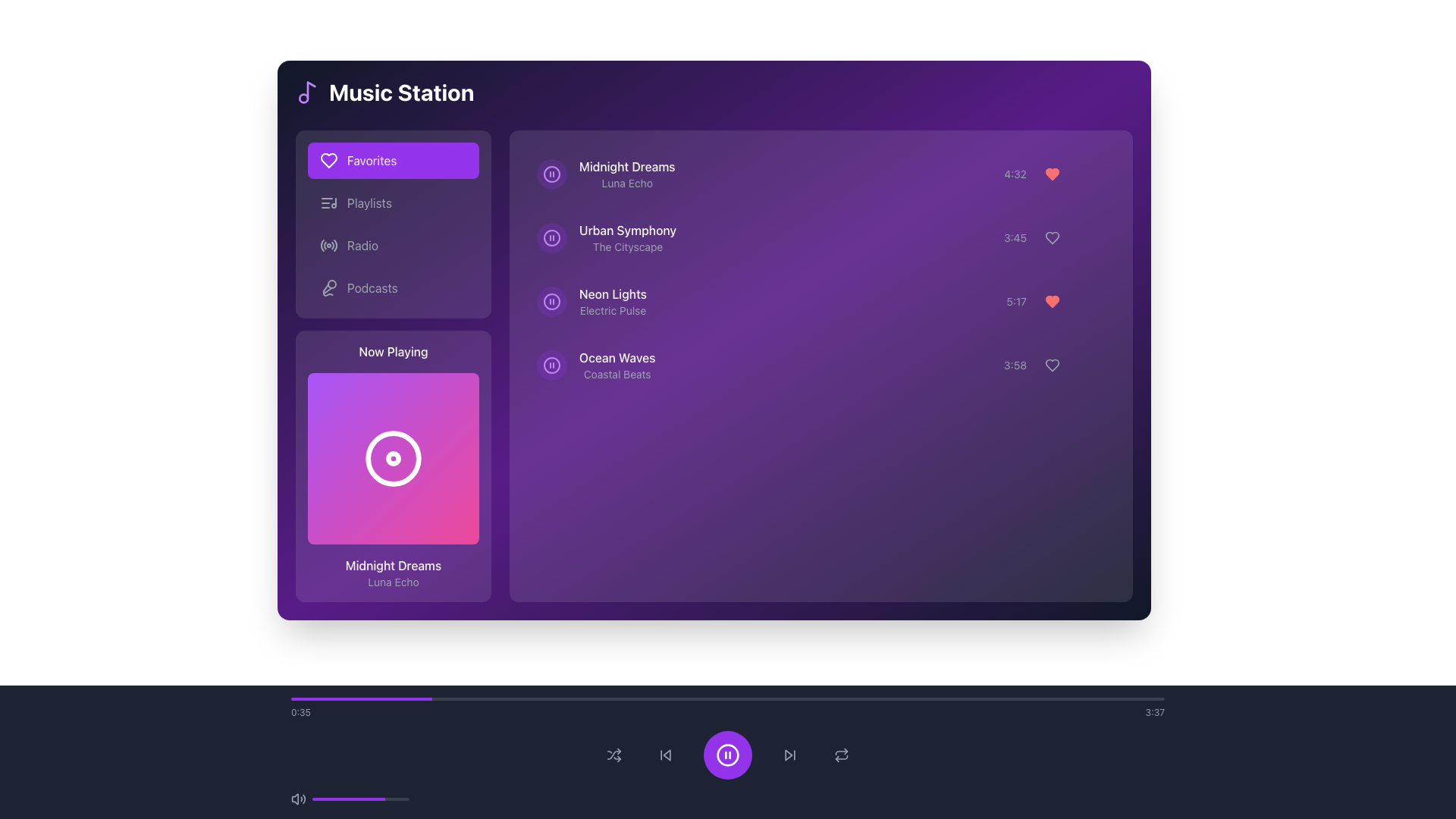 The height and width of the screenshot is (819, 1456). What do you see at coordinates (617, 374) in the screenshot?
I see `the text label providing additional information for the audio track 'Ocean Waves' located in the right-side panel under the 'Now Playing' section` at bounding box center [617, 374].